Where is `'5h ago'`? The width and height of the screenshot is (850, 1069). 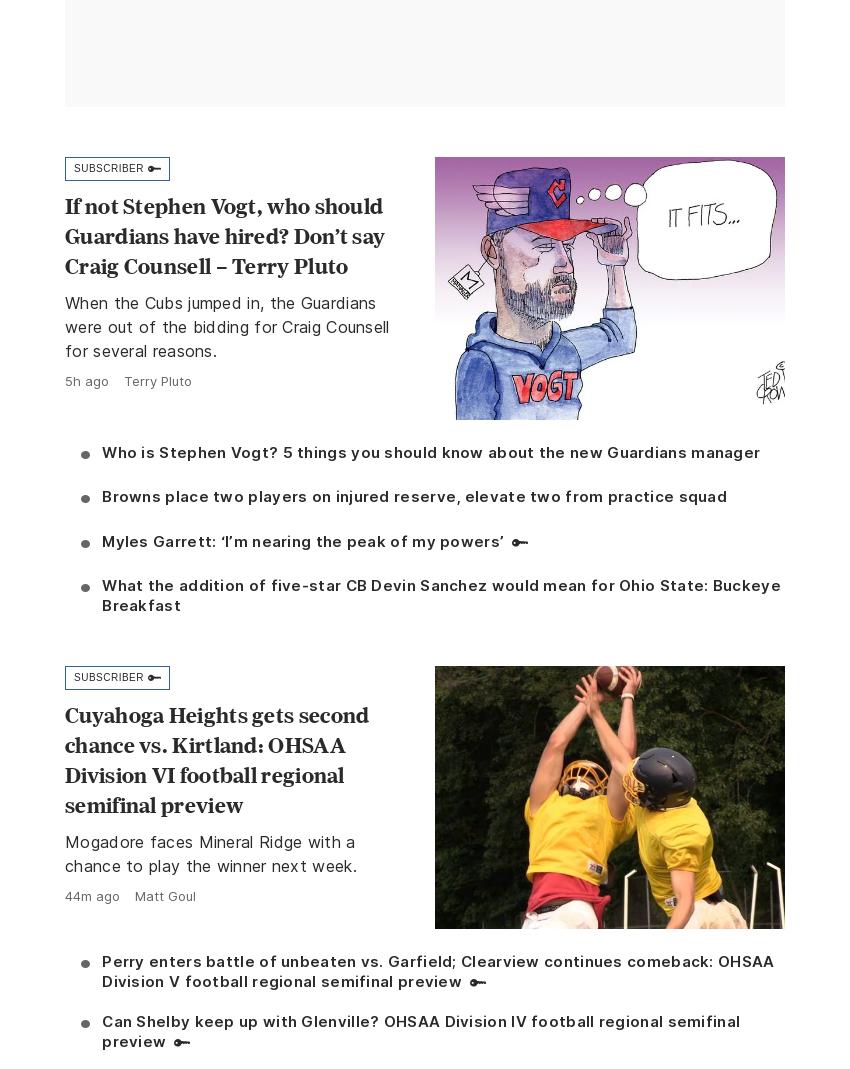
'5h ago' is located at coordinates (86, 380).